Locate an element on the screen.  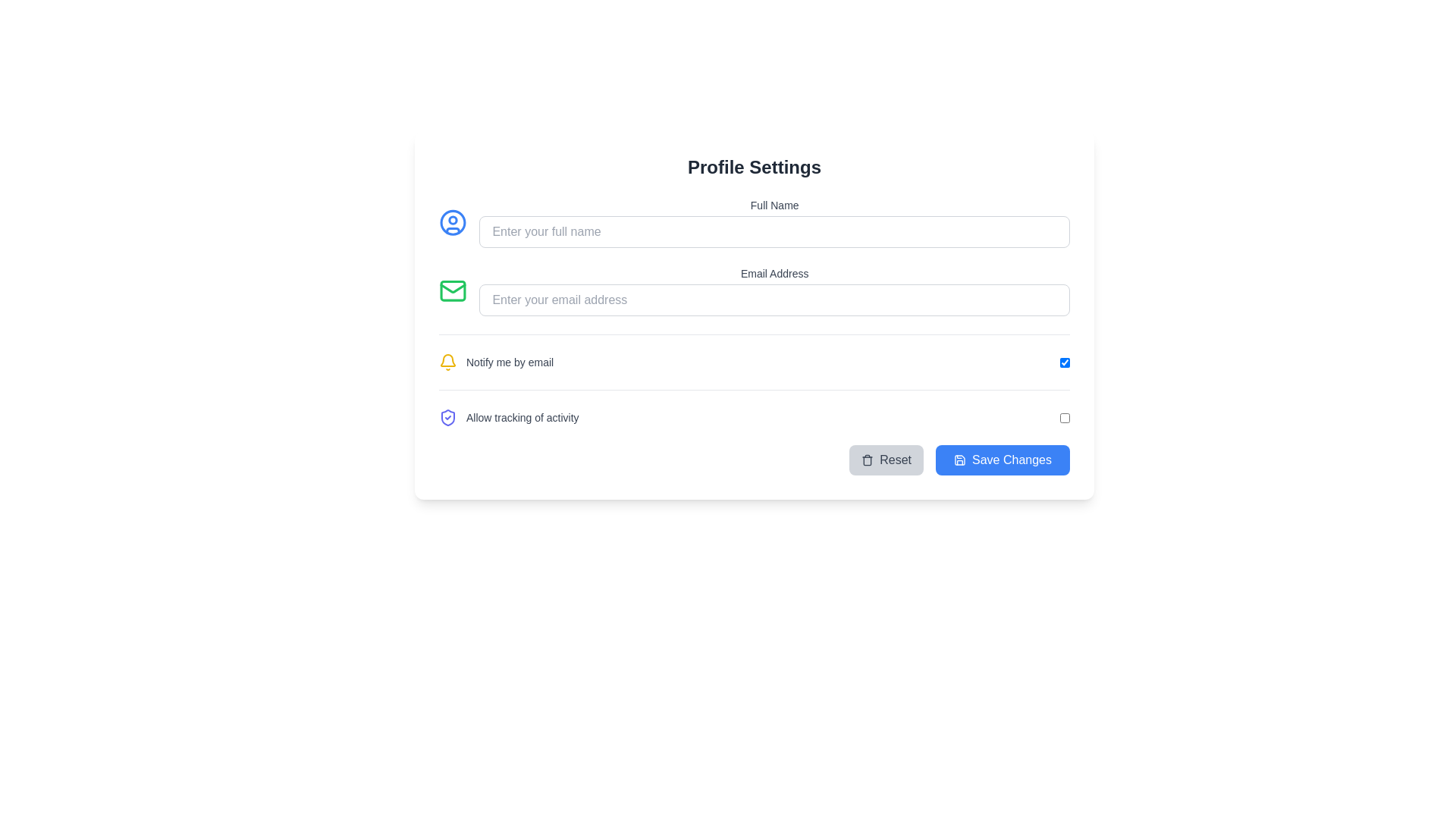
the static text label displaying 'Email Address' located above the email input field in the second section of the form is located at coordinates (774, 274).